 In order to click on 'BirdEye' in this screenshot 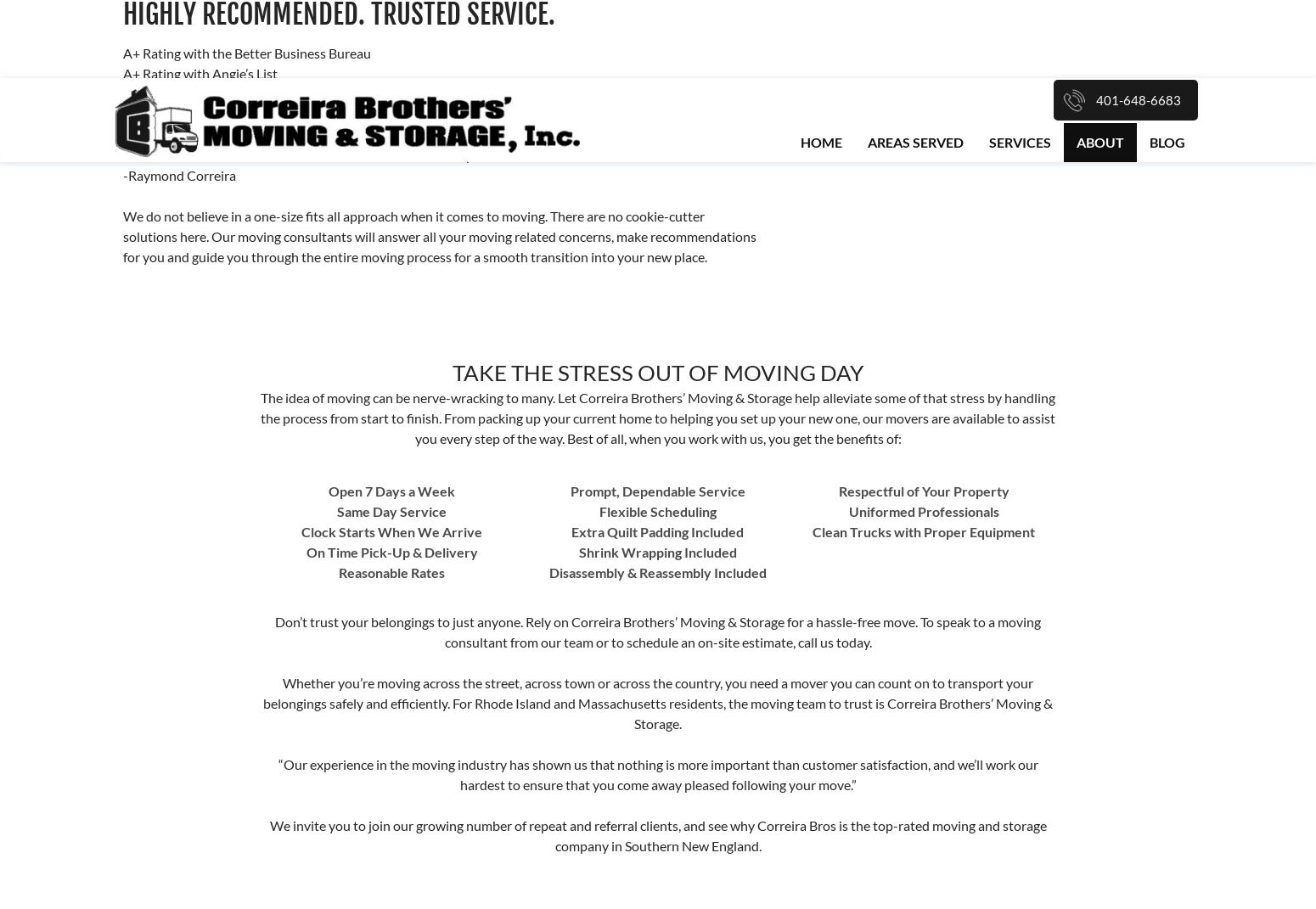, I will do `click(222, 304)`.